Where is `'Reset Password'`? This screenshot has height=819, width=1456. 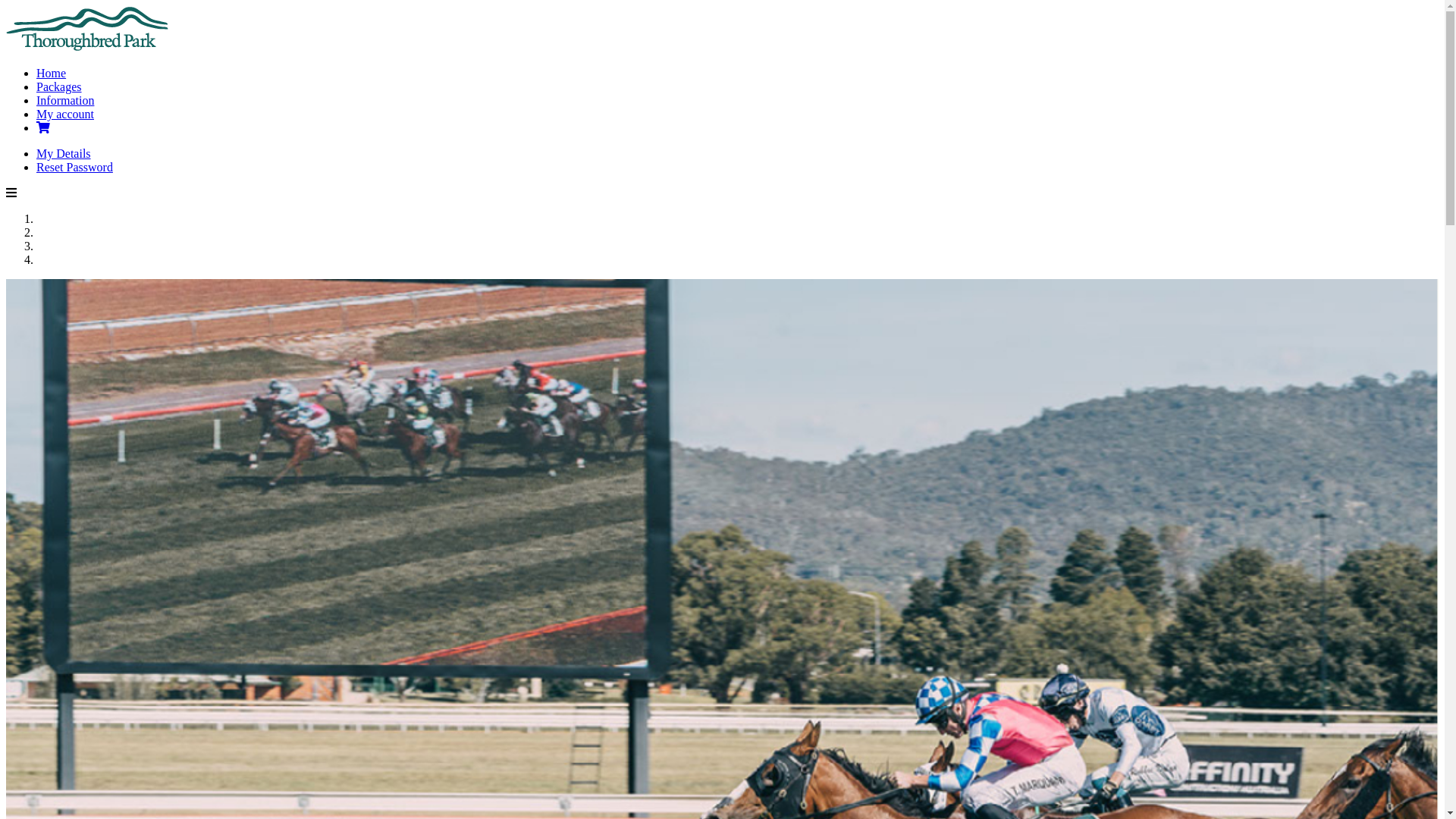
'Reset Password' is located at coordinates (74, 167).